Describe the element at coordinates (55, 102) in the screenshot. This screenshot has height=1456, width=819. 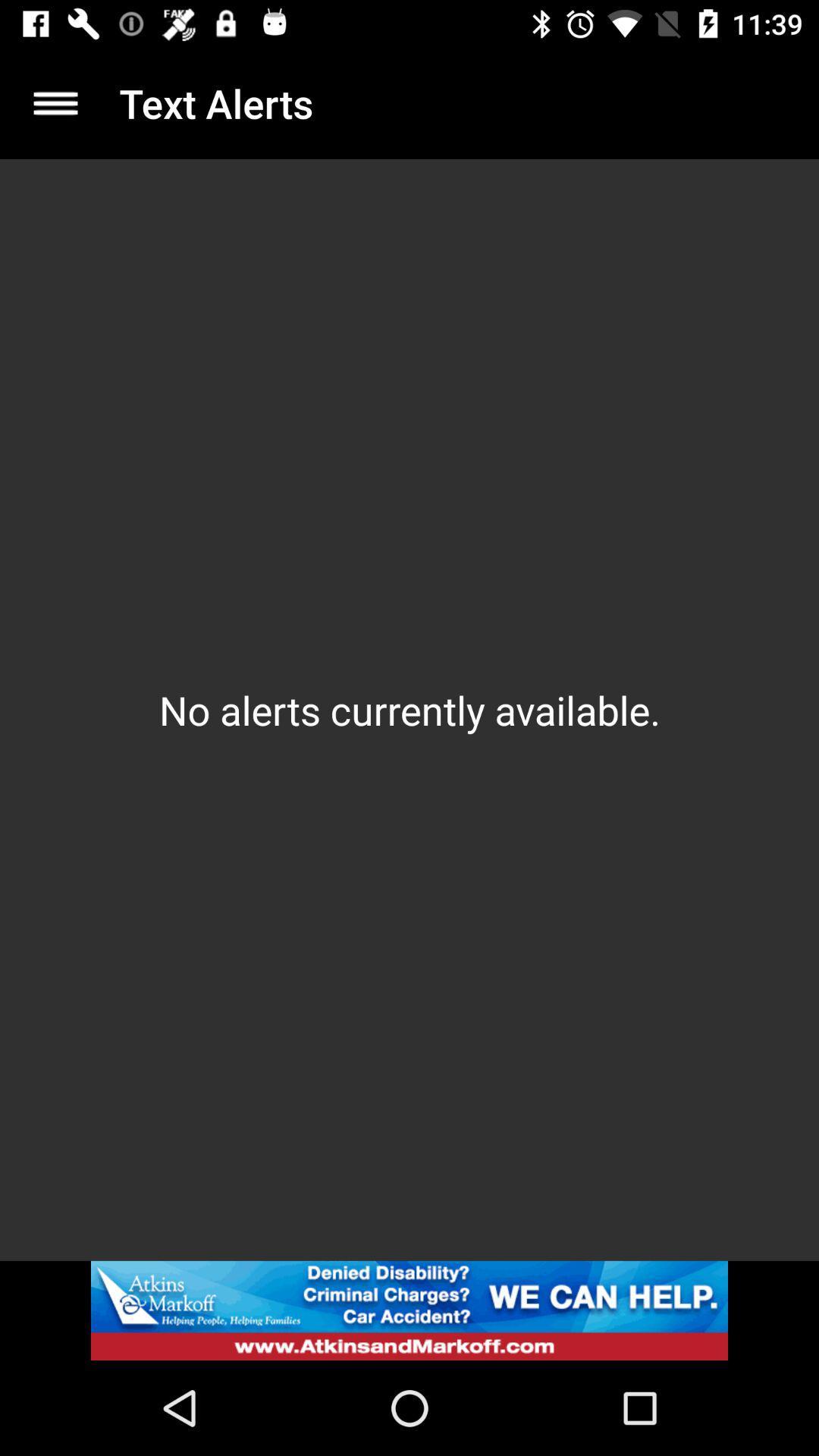
I see `the menu icon` at that location.